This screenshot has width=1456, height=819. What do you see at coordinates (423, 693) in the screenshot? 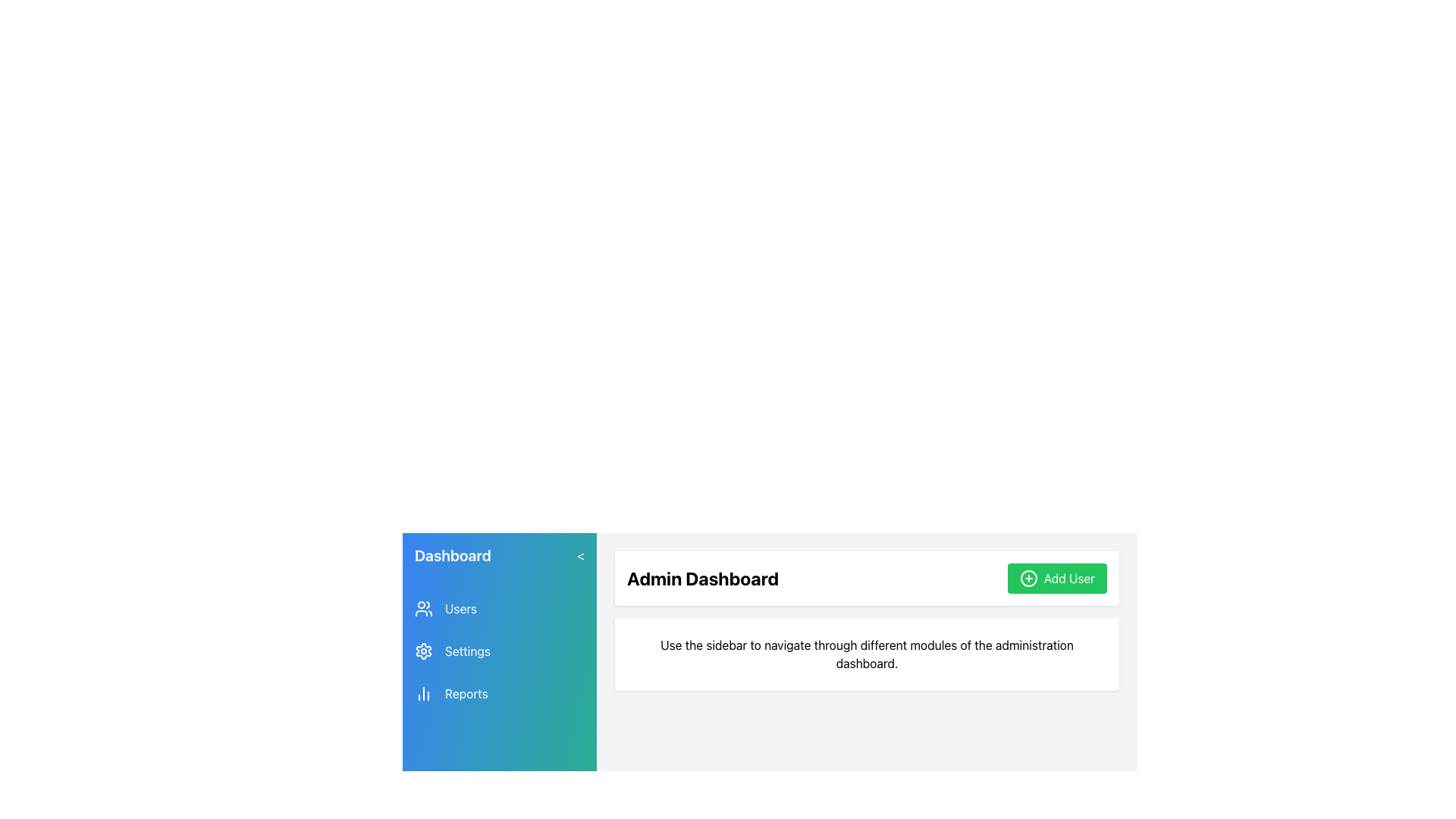
I see `the three-bar chart icon located in the sidebar menu next to the 'Reports' text` at bounding box center [423, 693].